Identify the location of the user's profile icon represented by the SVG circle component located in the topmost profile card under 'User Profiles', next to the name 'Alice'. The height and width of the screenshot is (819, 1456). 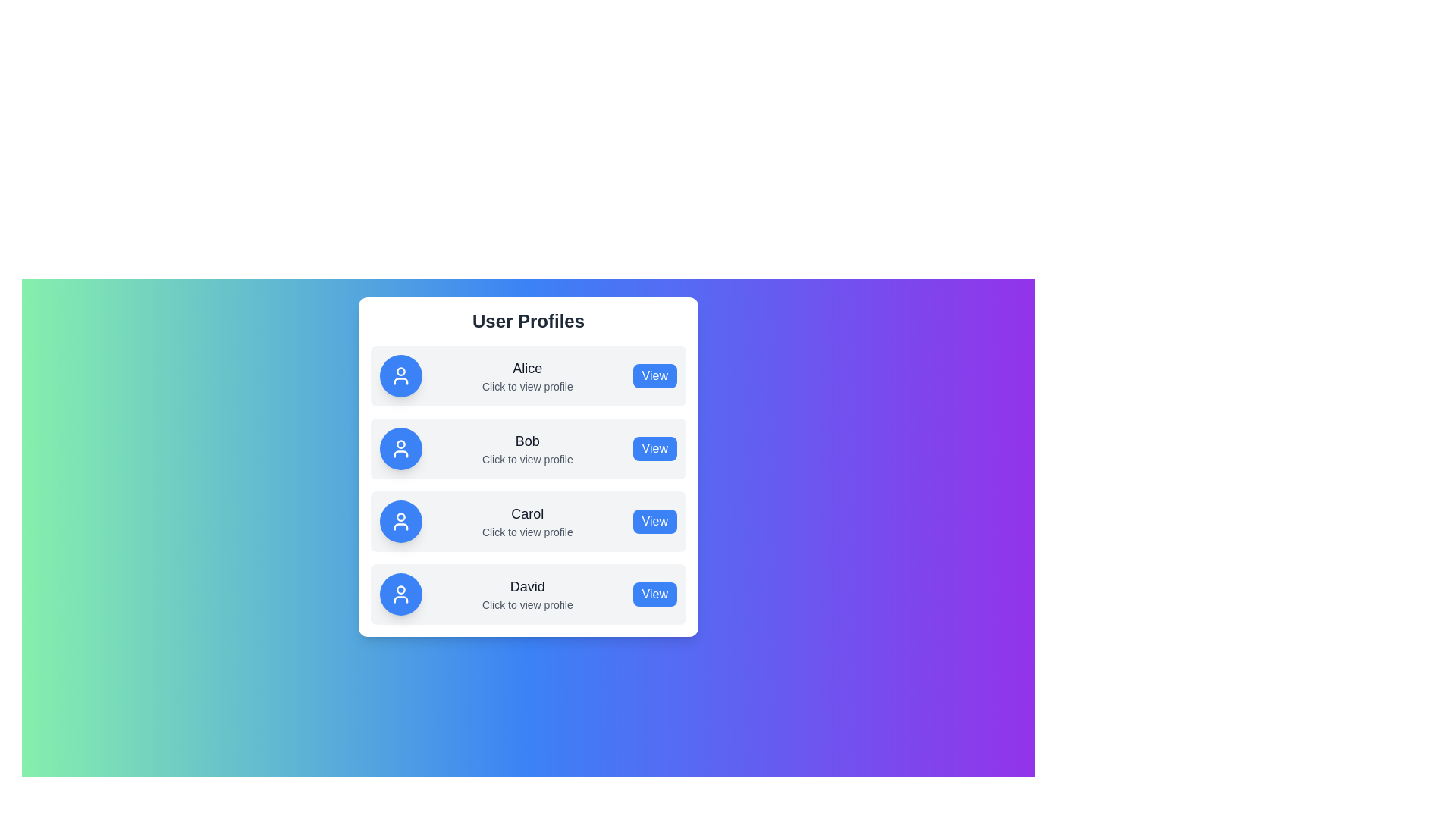
(400, 371).